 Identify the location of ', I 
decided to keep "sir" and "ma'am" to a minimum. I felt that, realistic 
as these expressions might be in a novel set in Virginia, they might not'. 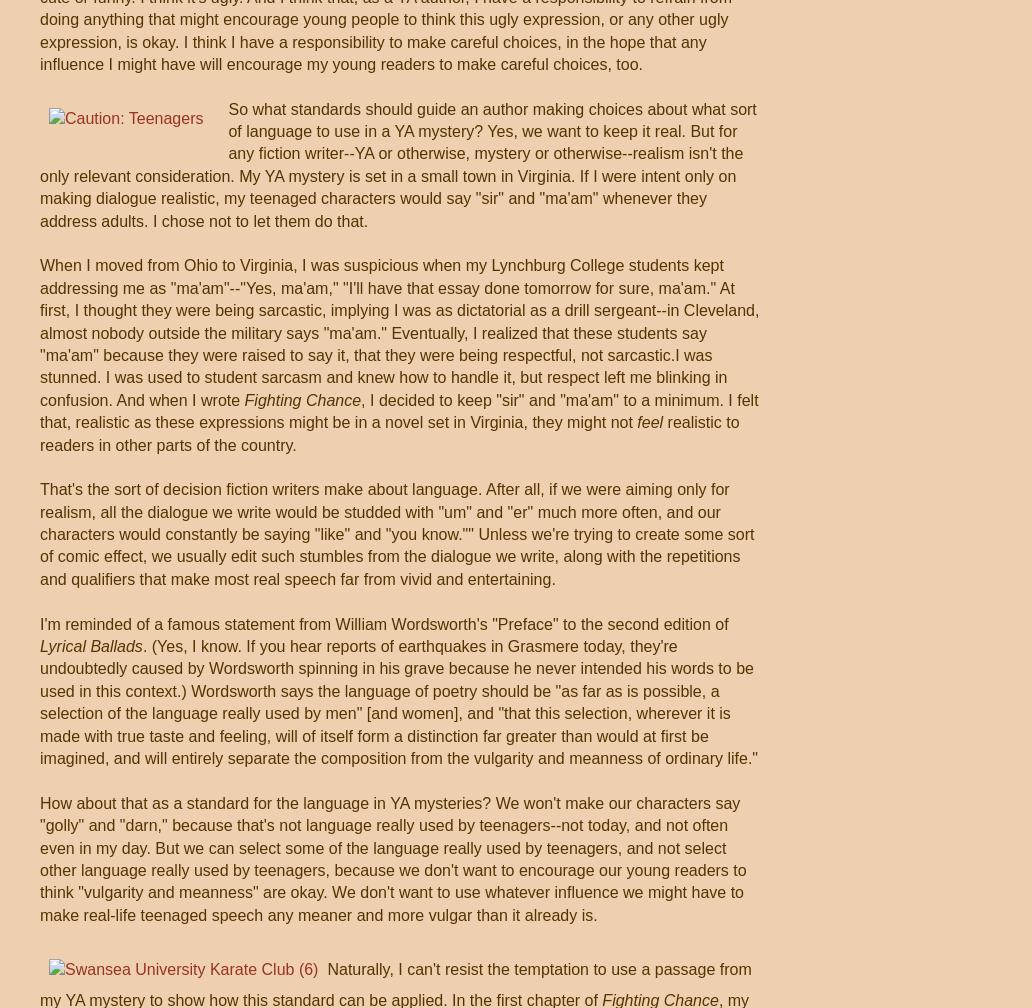
(397, 410).